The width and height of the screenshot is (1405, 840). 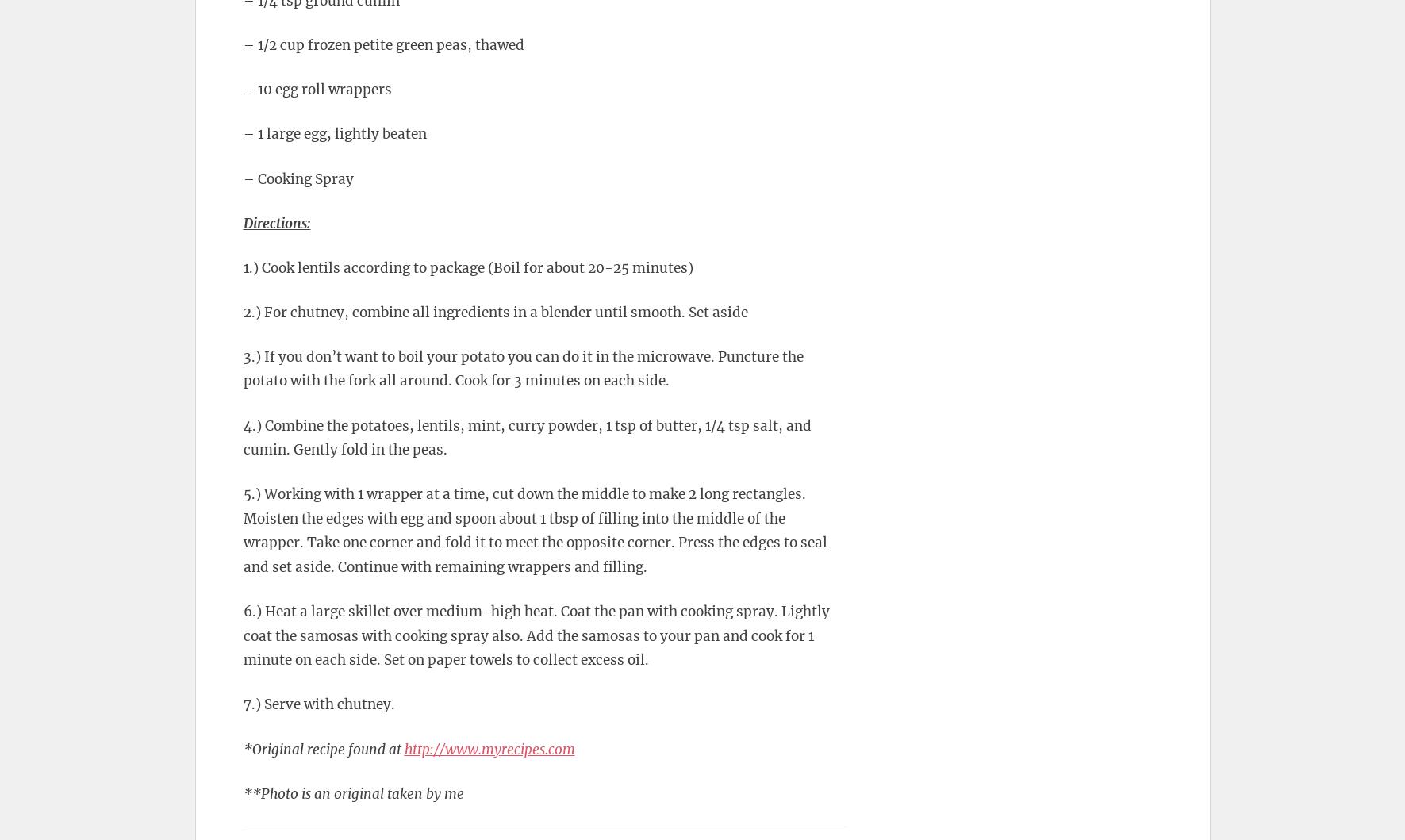 I want to click on 'Directions:', so click(x=275, y=222).